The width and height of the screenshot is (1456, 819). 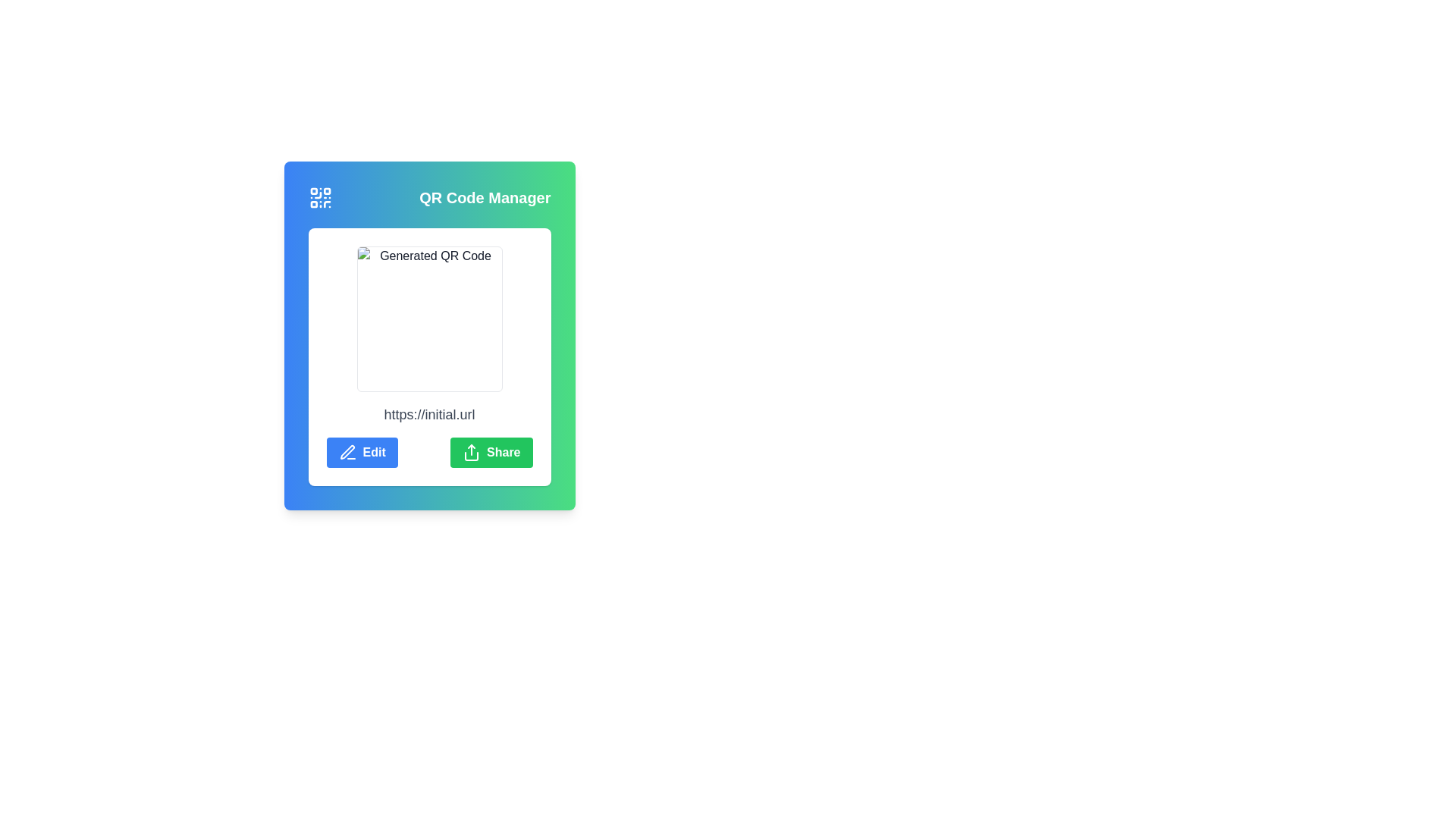 I want to click on the rectangular blue button labeled 'Edit' with a pen icon on its left side to initiate editing, so click(x=361, y=452).